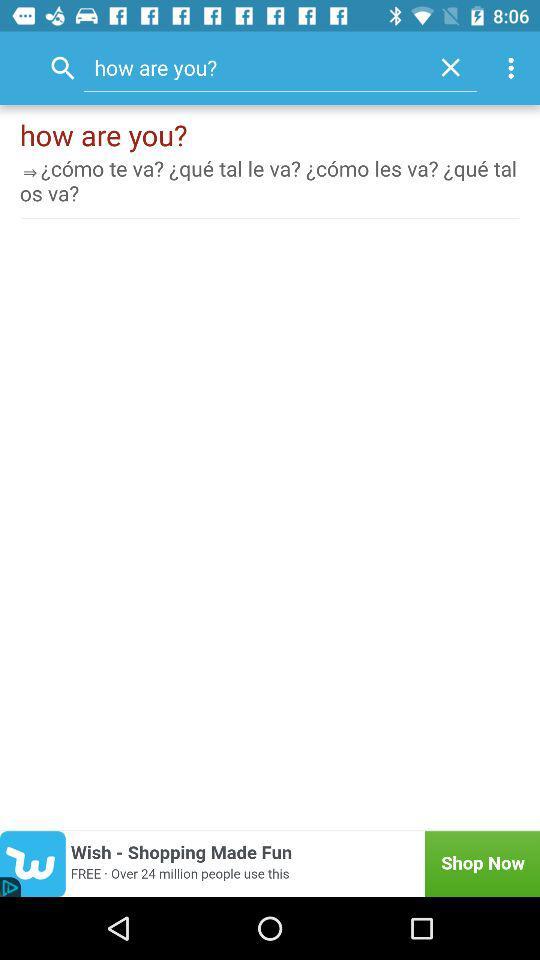 The height and width of the screenshot is (960, 540). Describe the element at coordinates (450, 67) in the screenshot. I see `item next to how are you? icon` at that location.